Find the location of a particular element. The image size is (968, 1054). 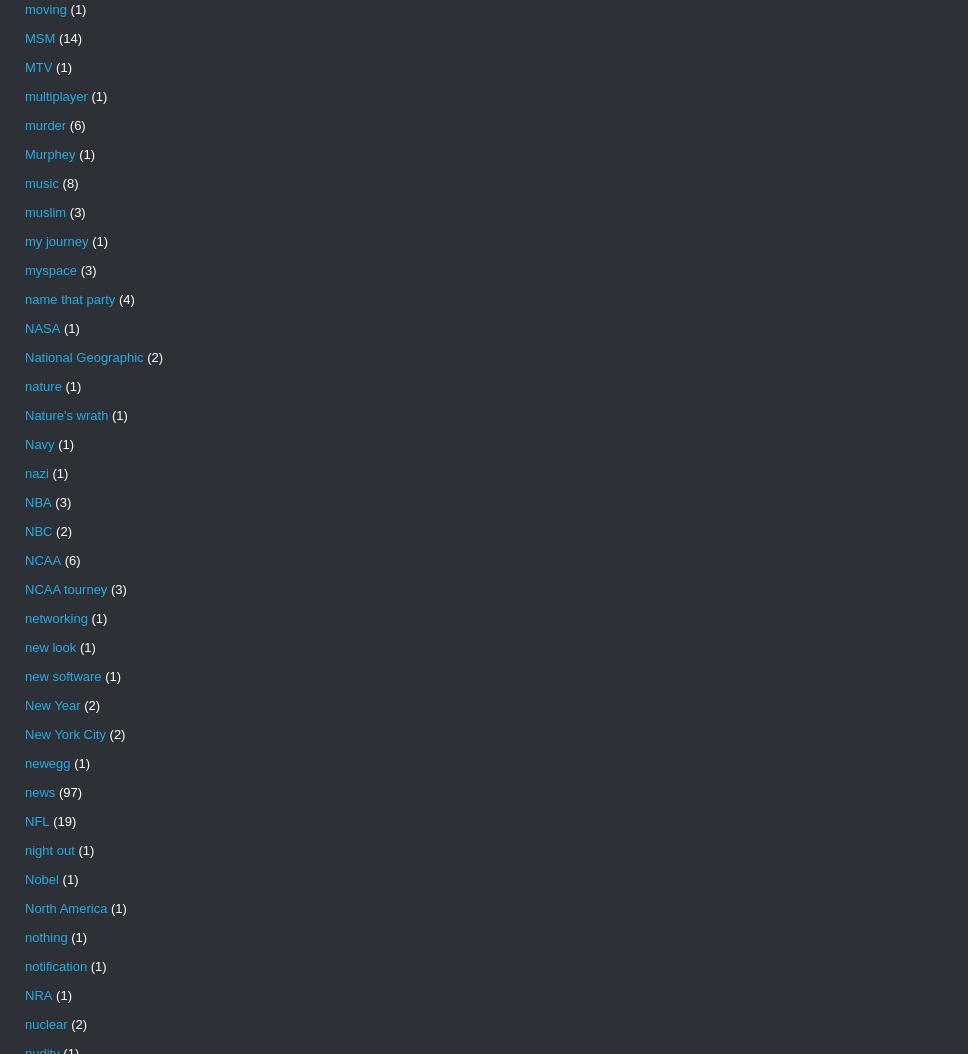

'NBC' is located at coordinates (38, 531).